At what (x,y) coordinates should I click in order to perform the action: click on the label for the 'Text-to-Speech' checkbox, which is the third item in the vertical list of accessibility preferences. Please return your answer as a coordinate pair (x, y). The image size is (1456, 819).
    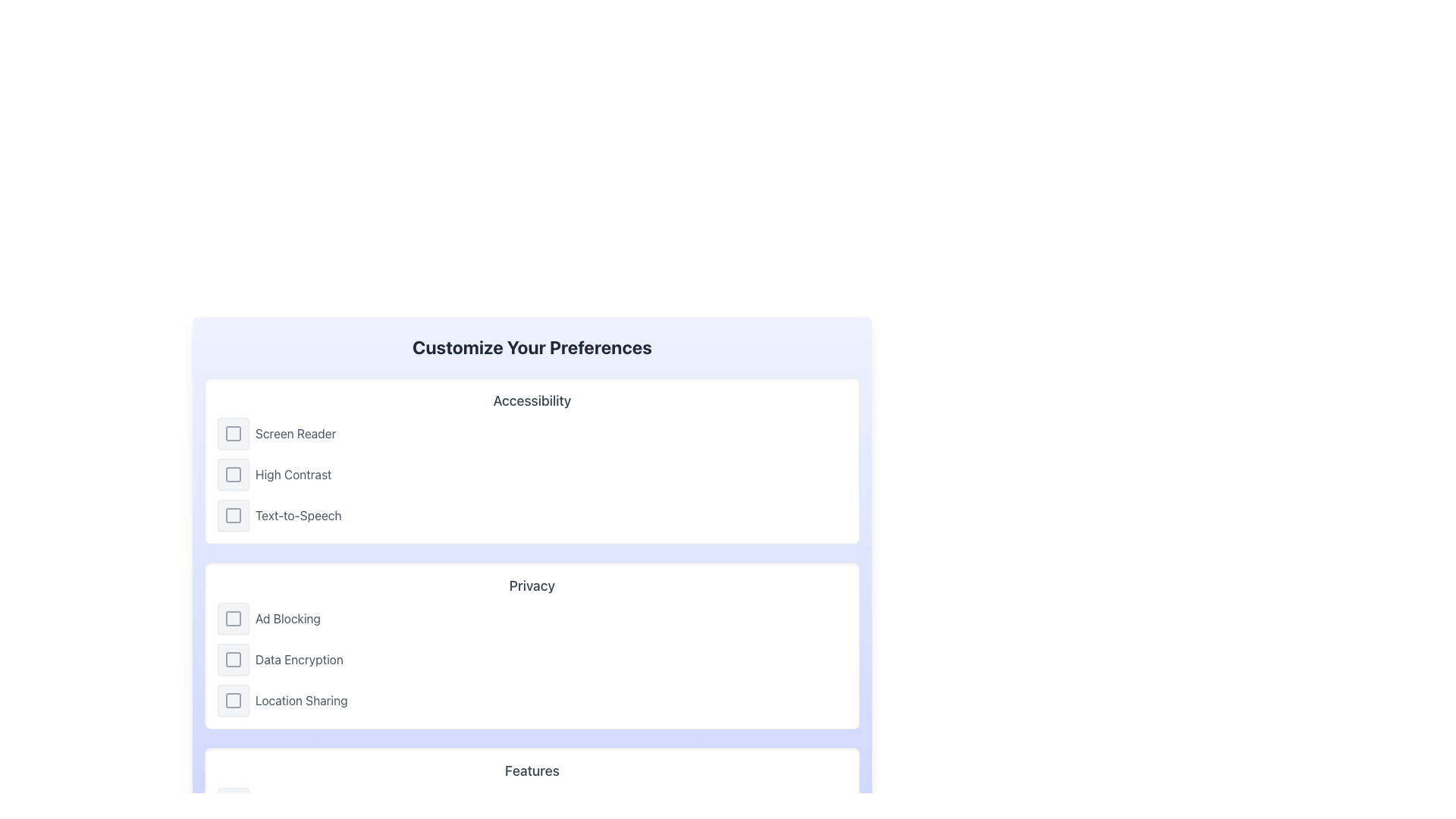
    Looking at the image, I should click on (298, 514).